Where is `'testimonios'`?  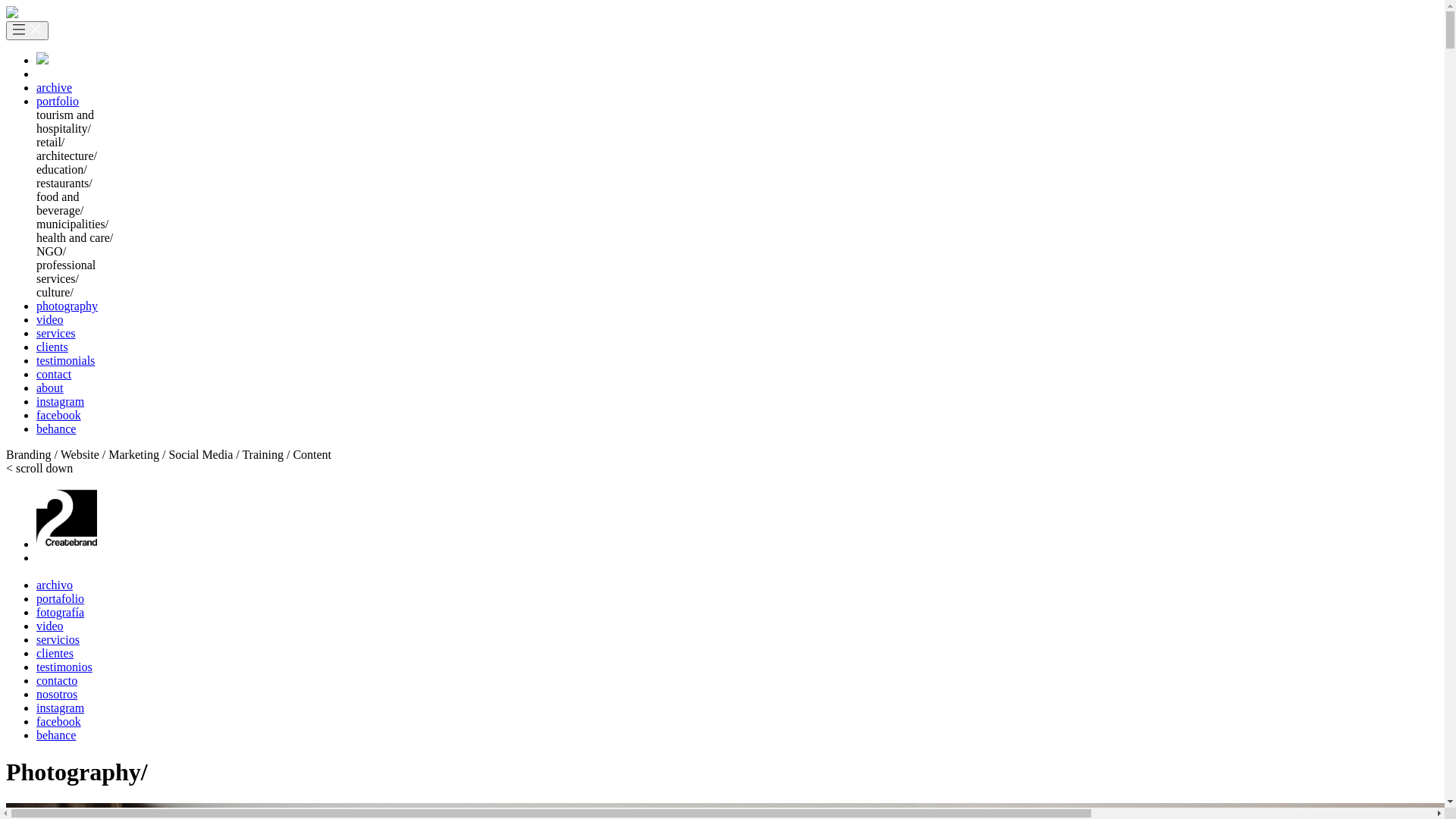
'testimonios' is located at coordinates (64, 666).